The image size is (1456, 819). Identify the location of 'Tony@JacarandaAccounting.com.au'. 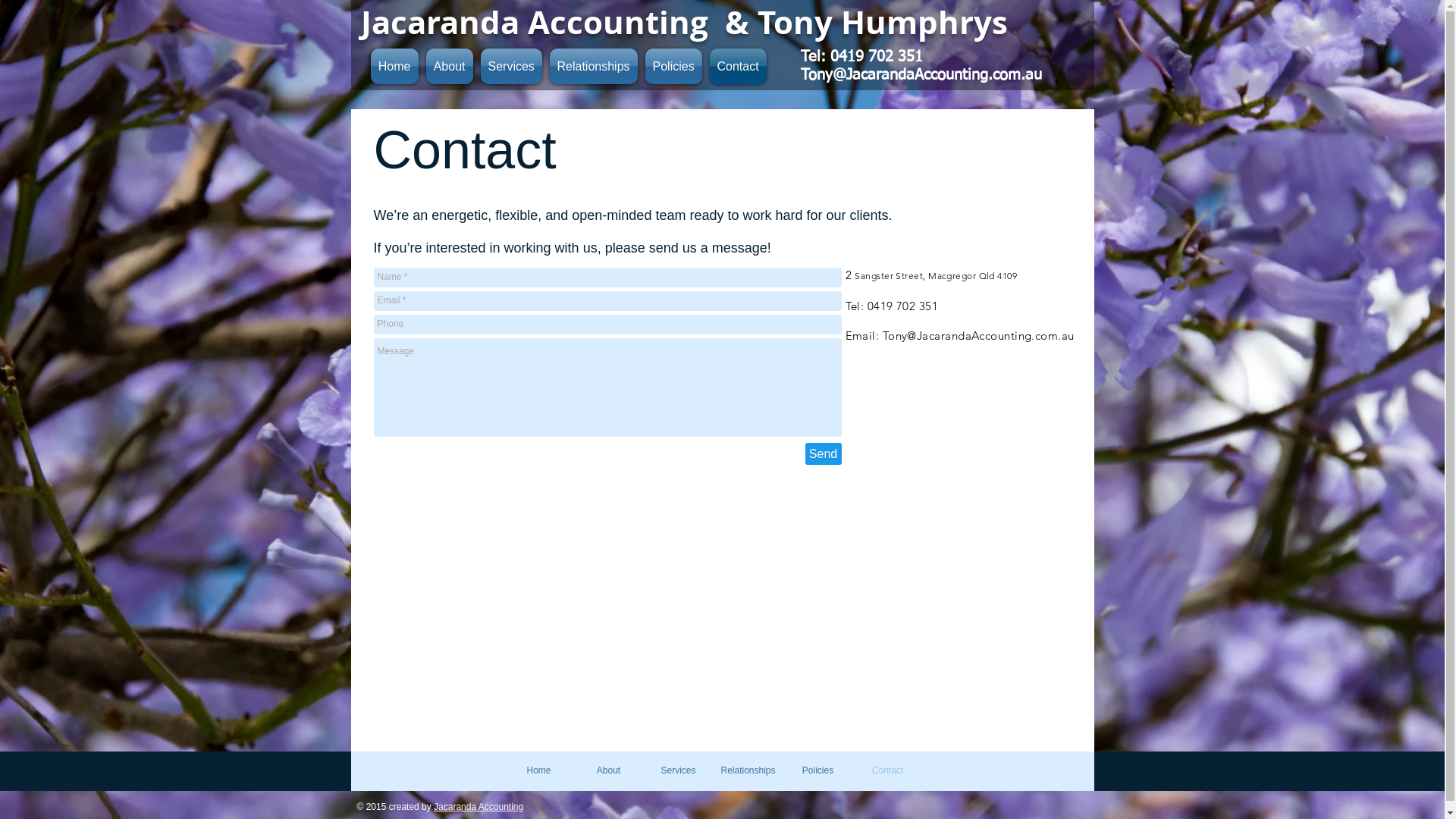
(920, 75).